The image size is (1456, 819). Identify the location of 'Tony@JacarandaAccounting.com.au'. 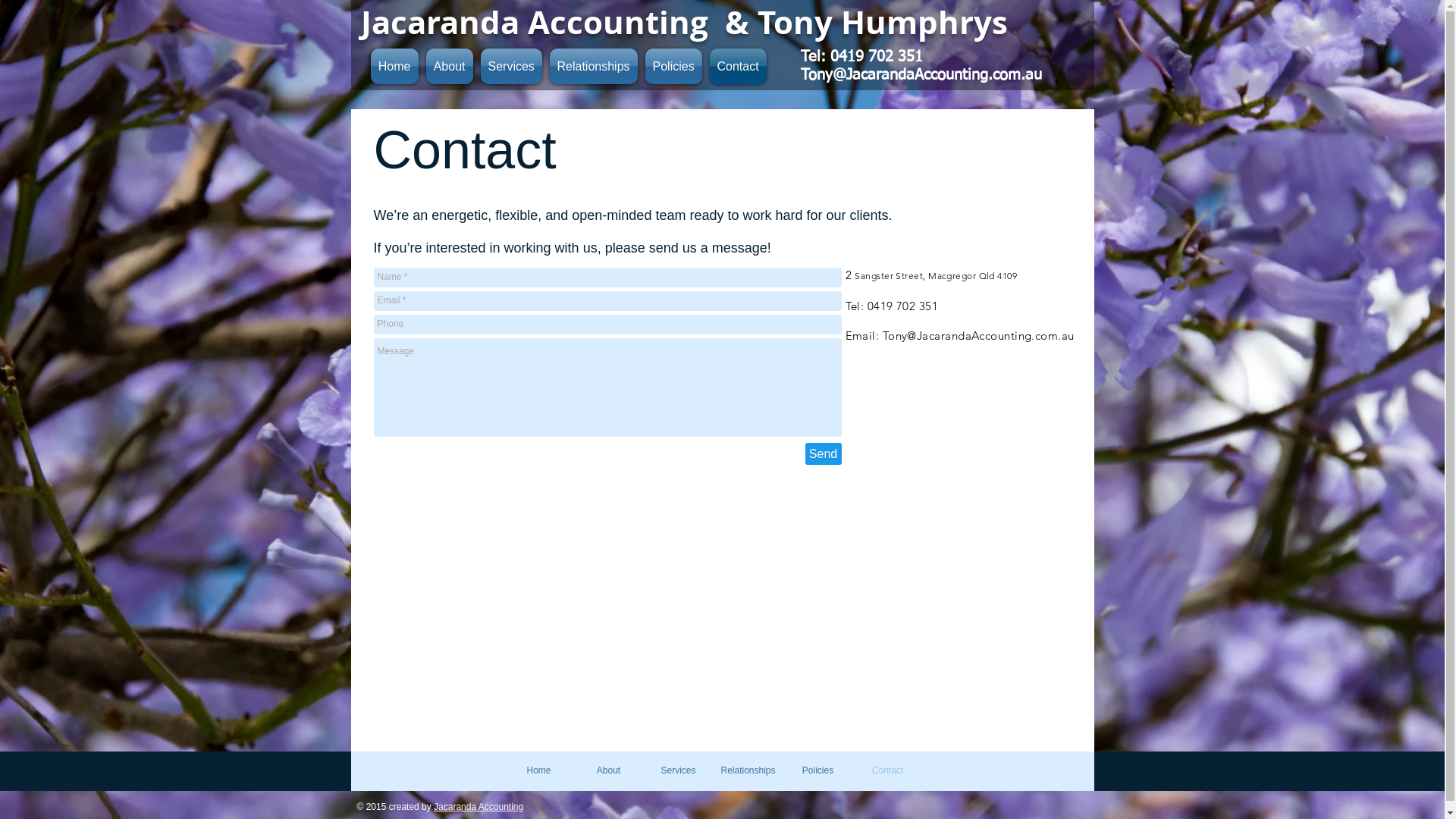
(920, 75).